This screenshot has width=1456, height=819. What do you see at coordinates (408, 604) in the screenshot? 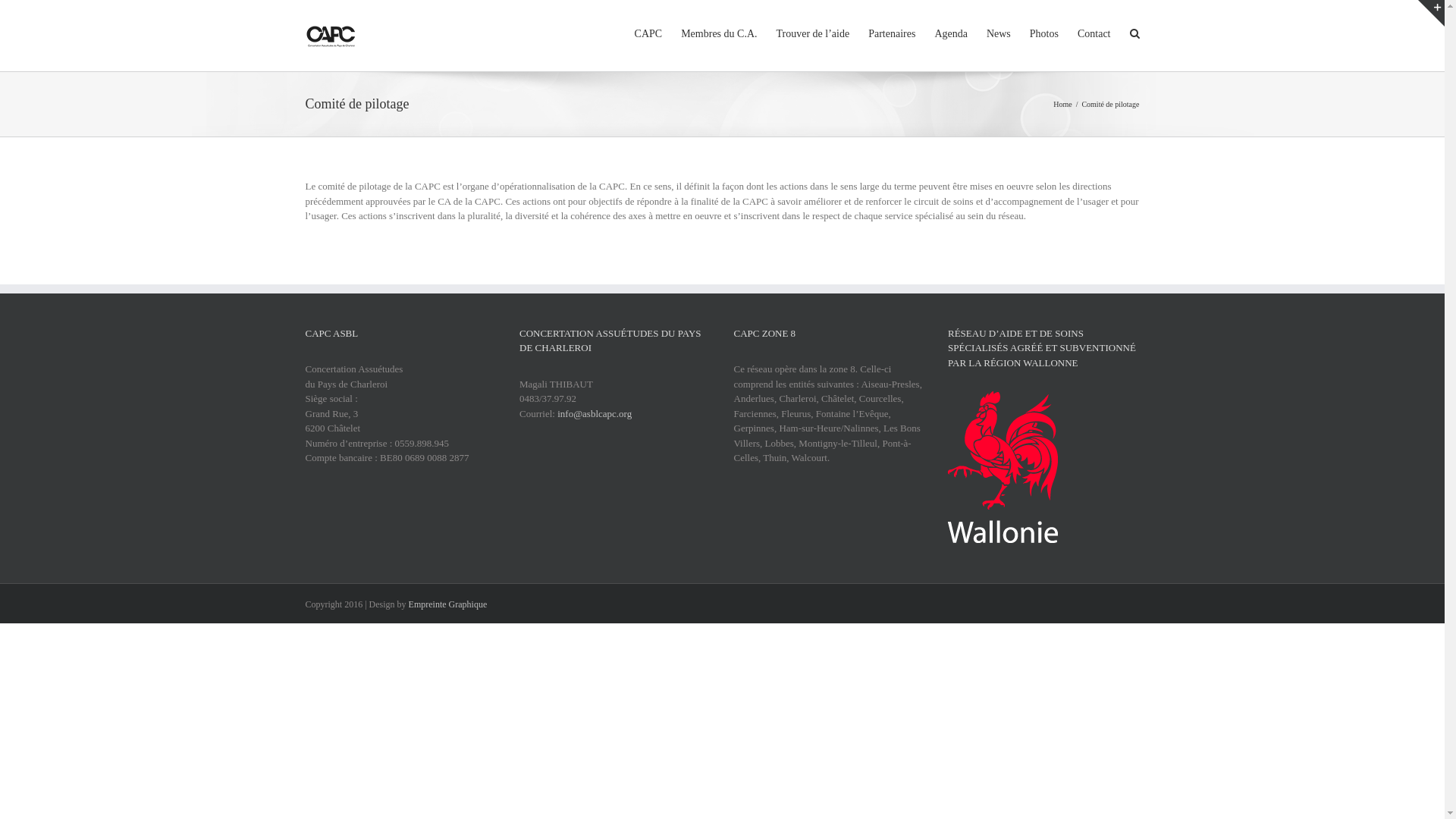
I see `'Empreinte Graphique'` at bounding box center [408, 604].